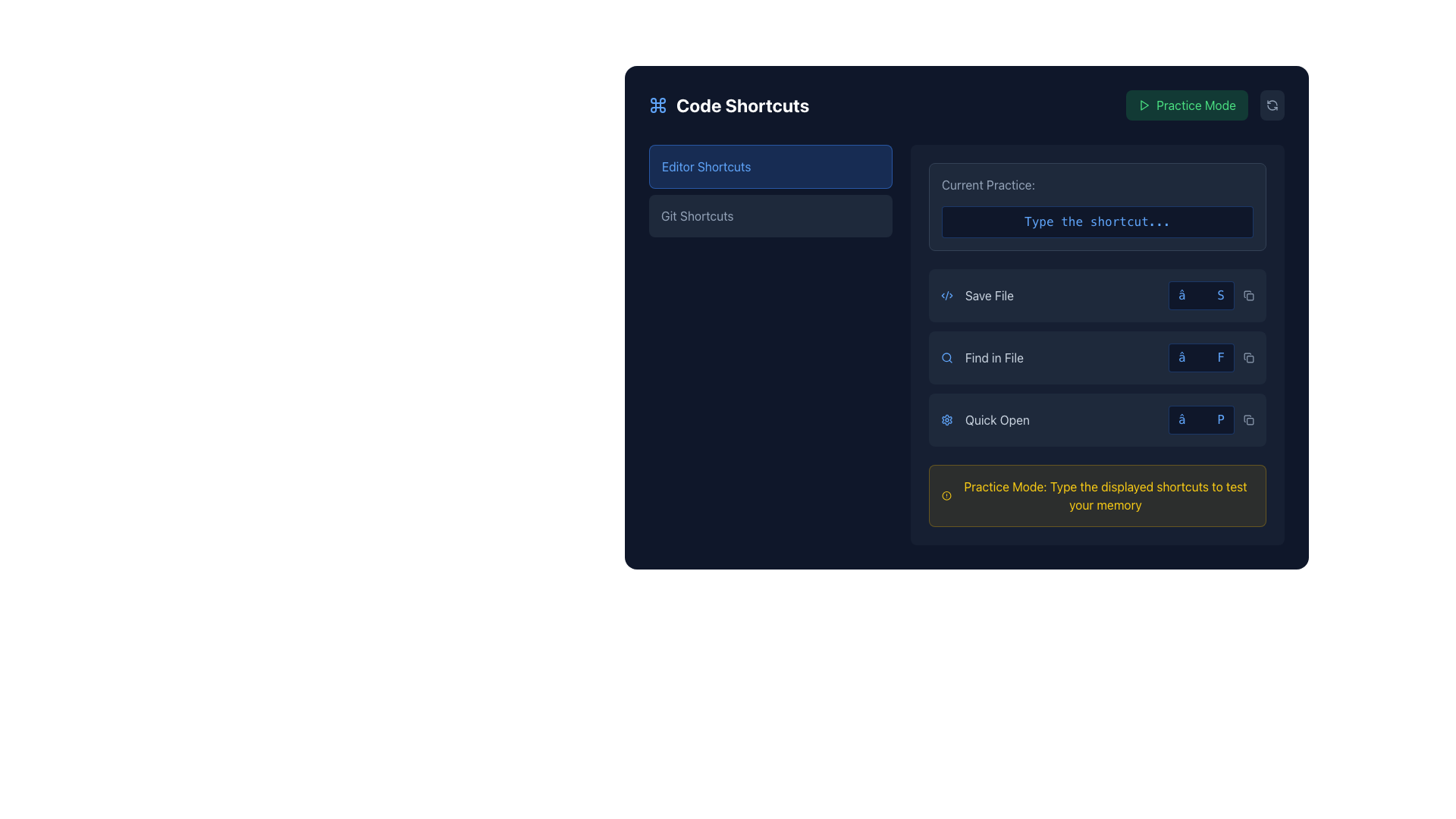  Describe the element at coordinates (770, 166) in the screenshot. I see `the 'Editor Shortcuts' button, which is a rectangular component with rounded corners and a blue-themed appearance` at that location.